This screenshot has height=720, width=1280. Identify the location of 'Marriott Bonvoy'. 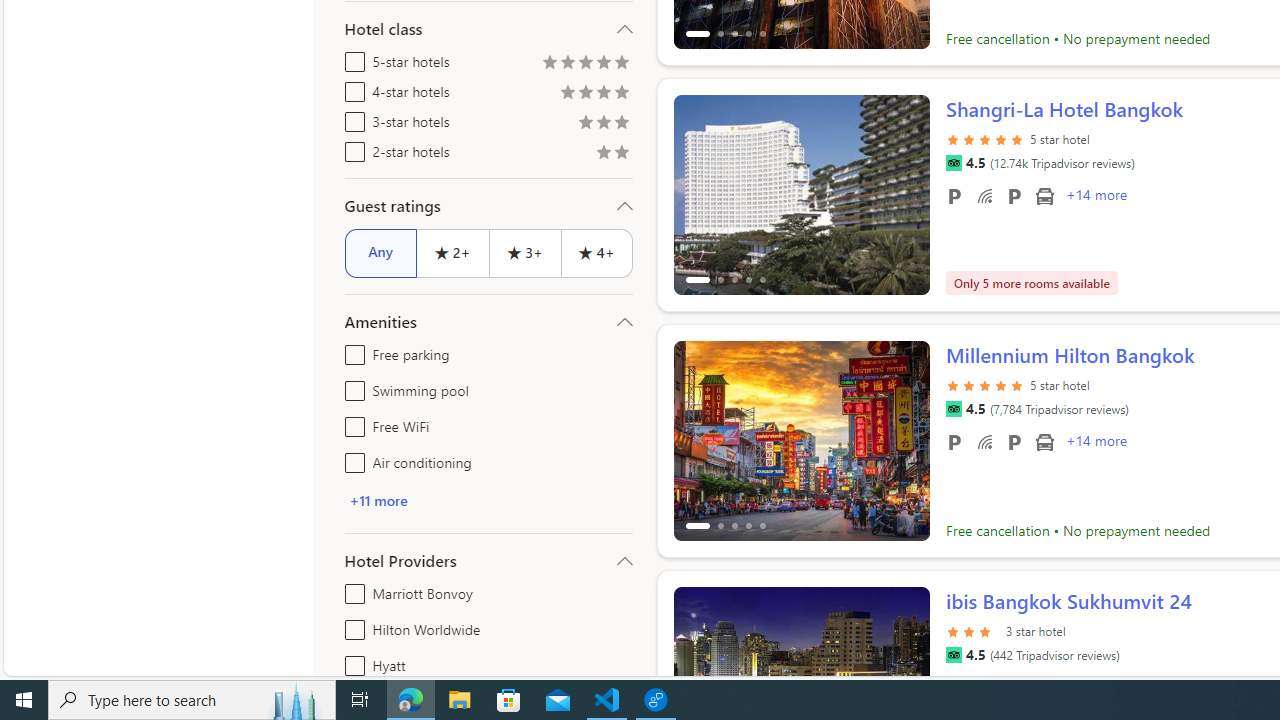
(351, 589).